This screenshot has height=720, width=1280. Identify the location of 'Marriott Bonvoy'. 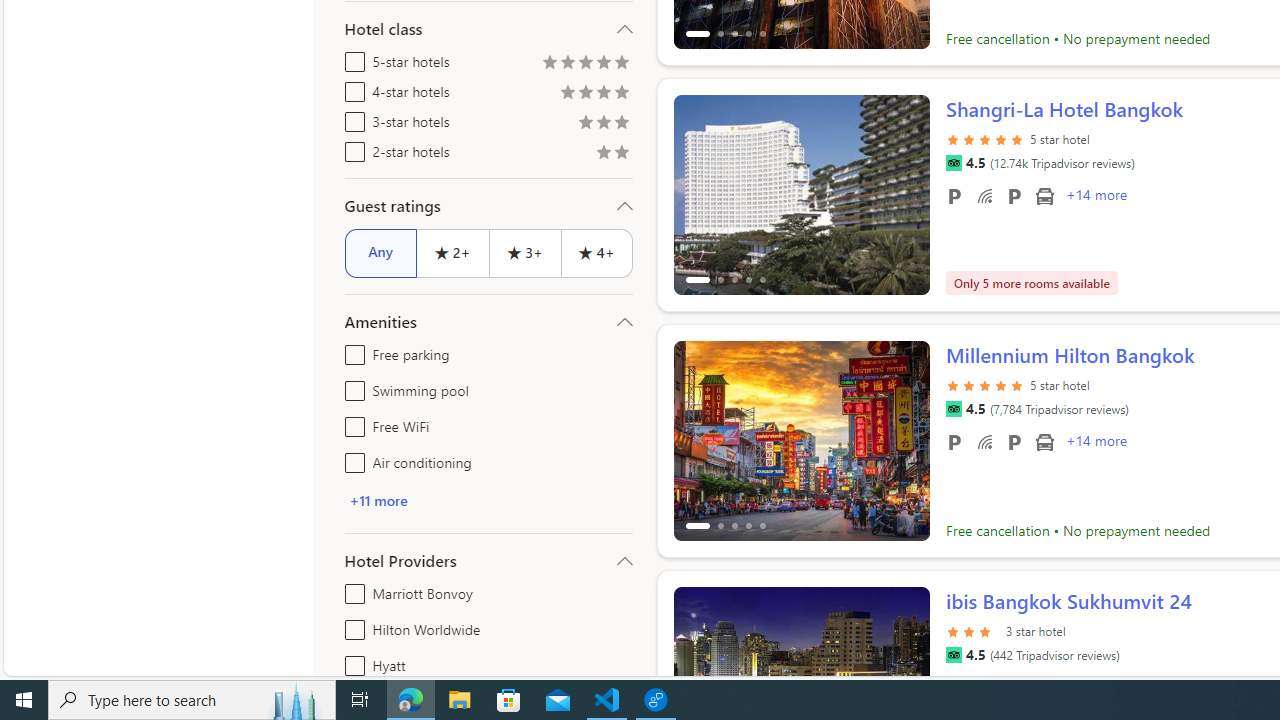
(351, 589).